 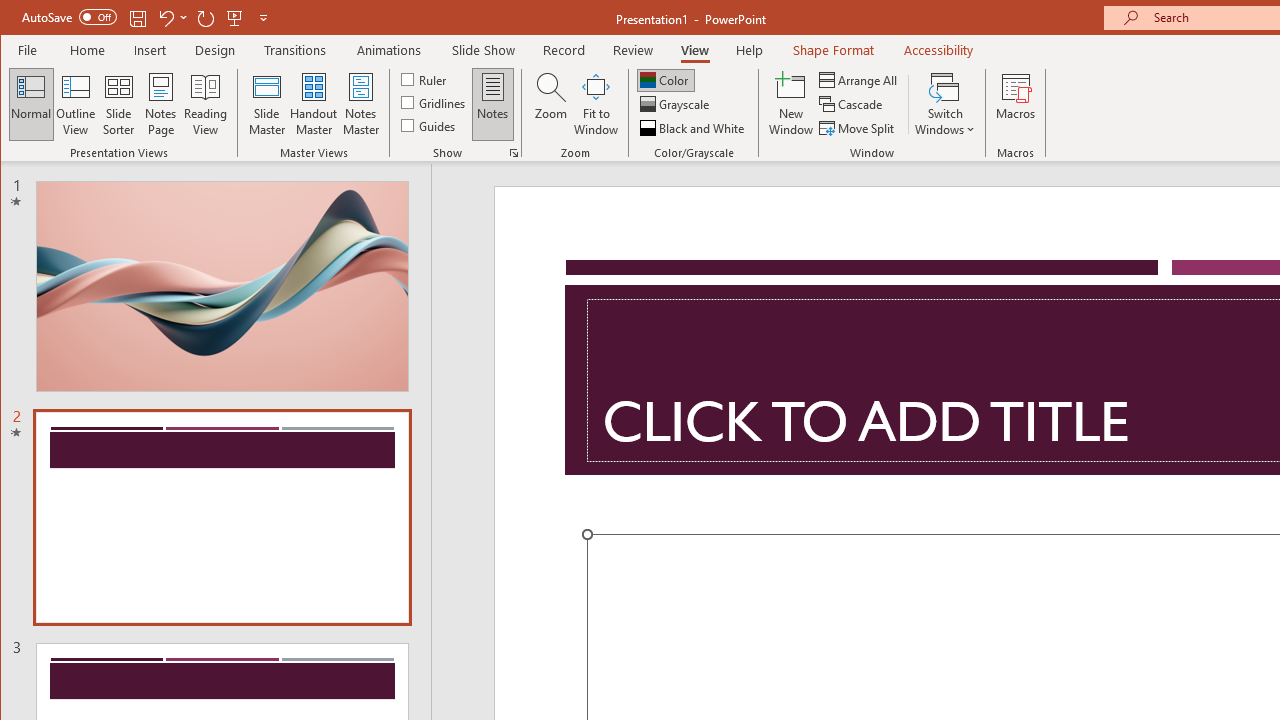 What do you see at coordinates (860, 79) in the screenshot?
I see `'Arrange All'` at bounding box center [860, 79].